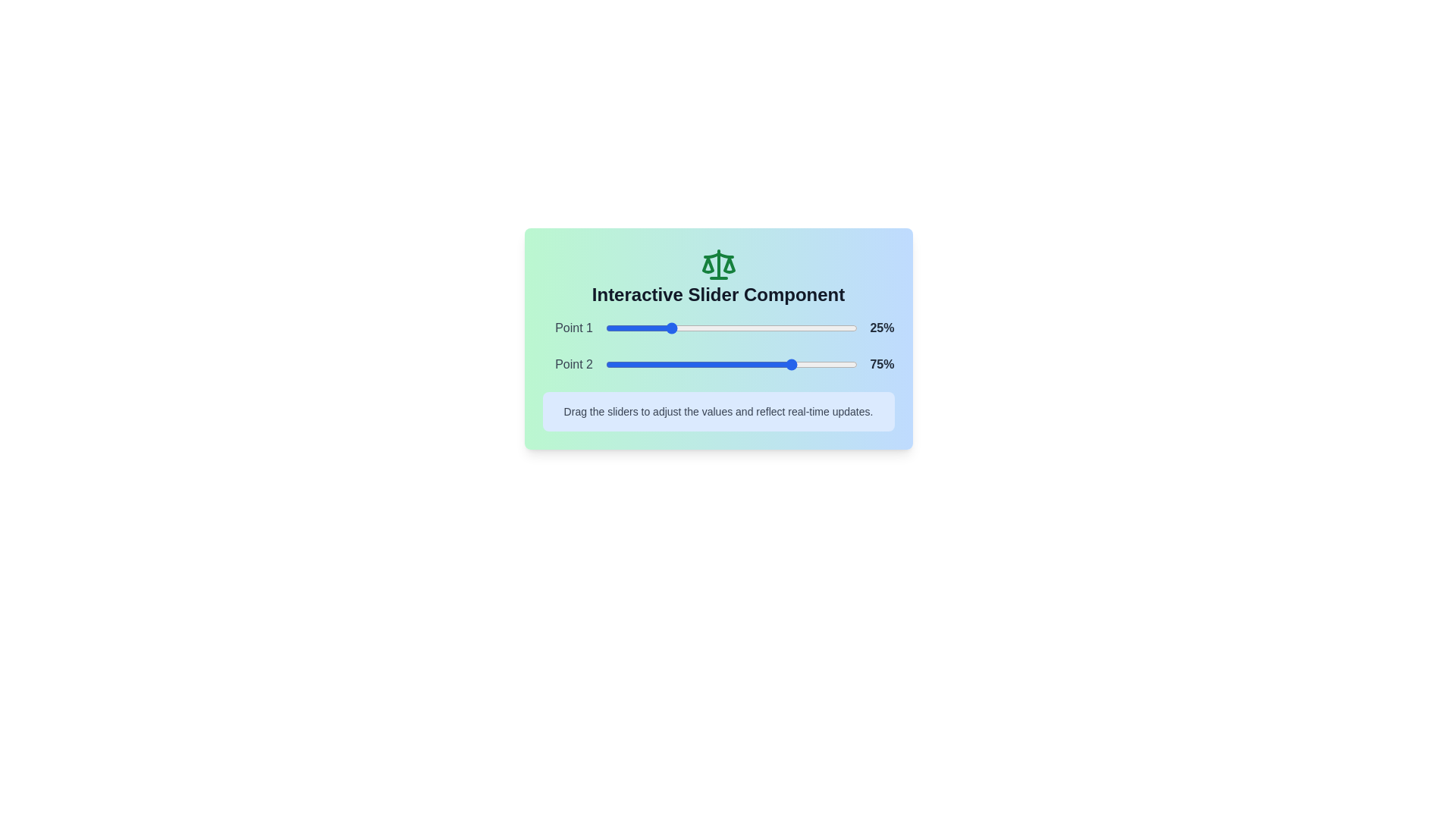  Describe the element at coordinates (658, 327) in the screenshot. I see `the slider to set its value to 21%` at that location.